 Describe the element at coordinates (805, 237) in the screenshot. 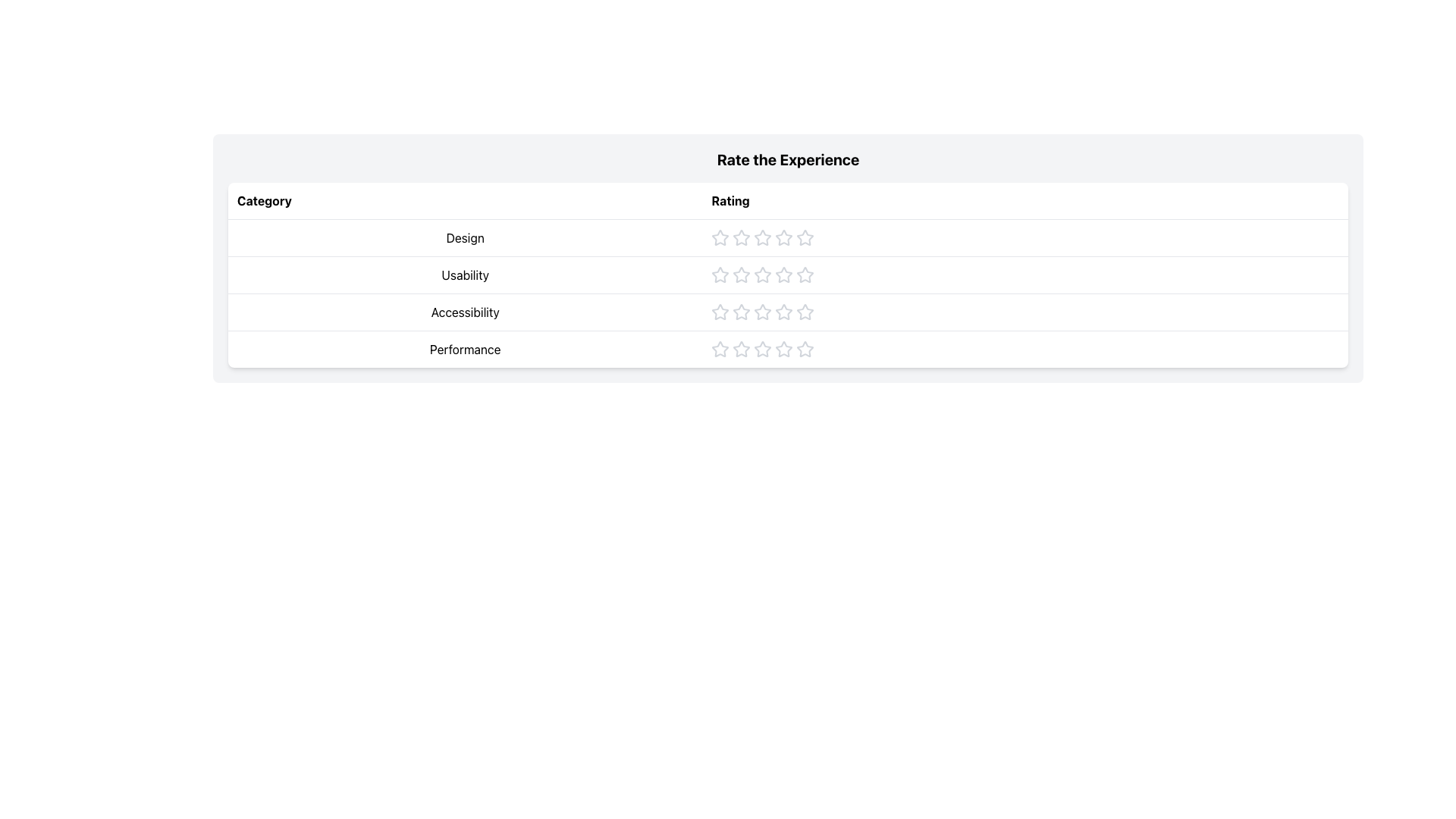

I see `the fourth star-shaped icon in the 'Rating' column for the 'Design' category to rate it` at that location.